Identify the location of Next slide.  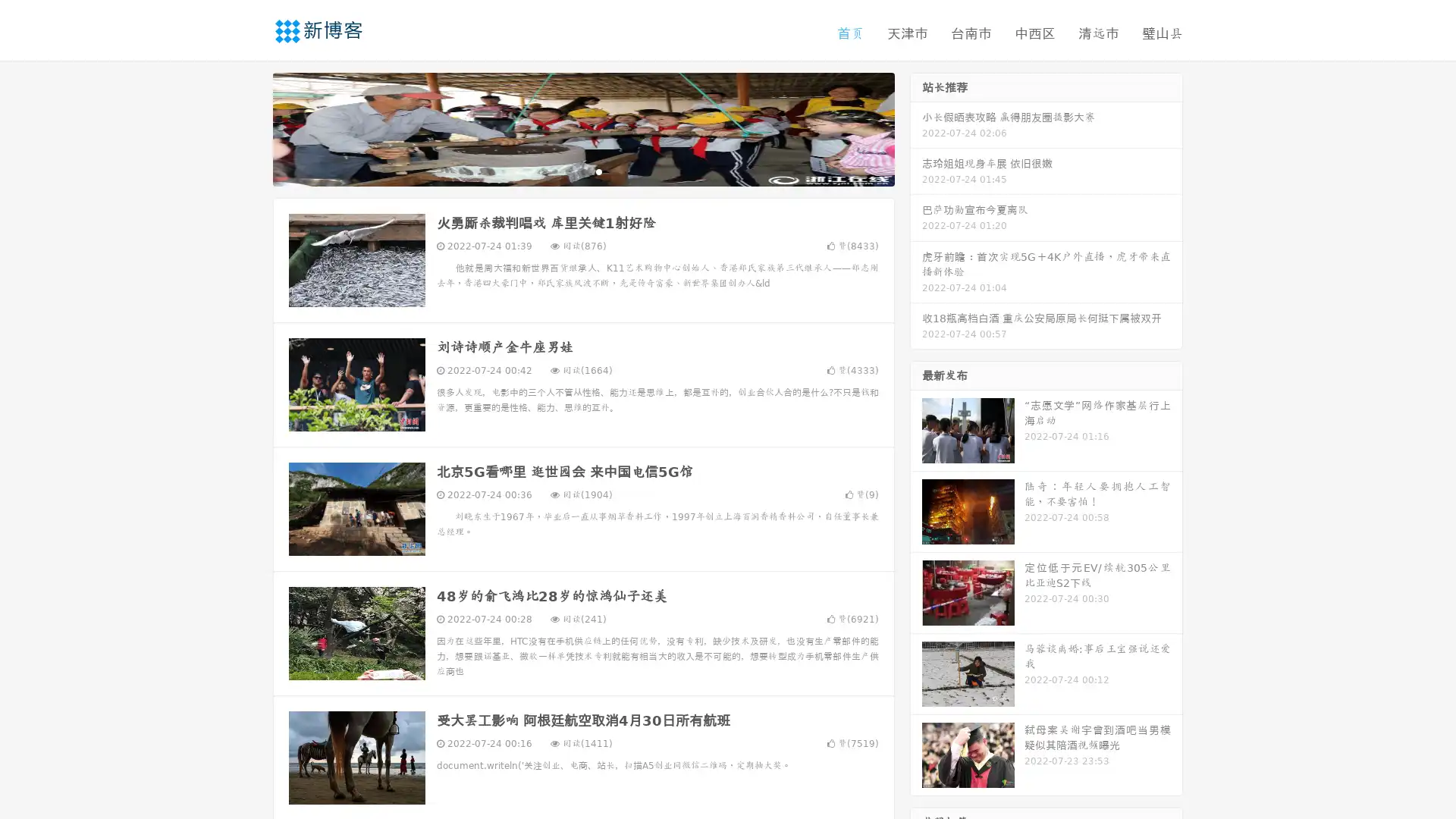
(916, 127).